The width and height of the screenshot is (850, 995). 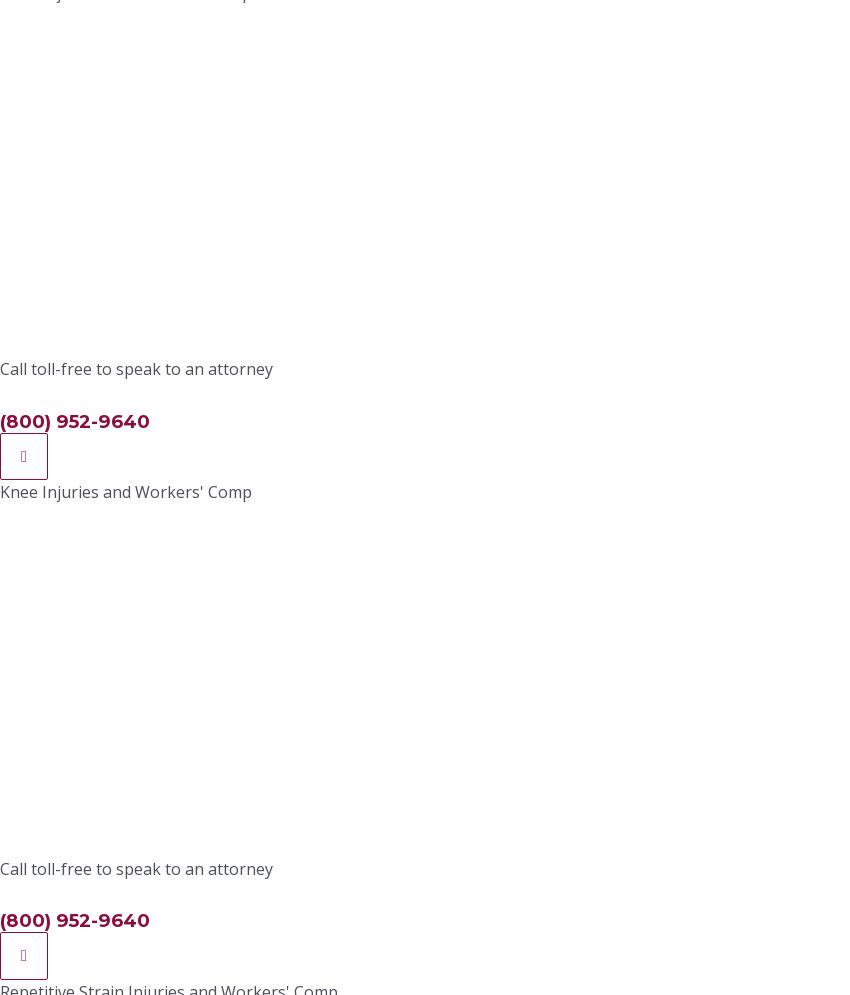 What do you see at coordinates (271, 49) in the screenshot?
I see `'or'` at bounding box center [271, 49].